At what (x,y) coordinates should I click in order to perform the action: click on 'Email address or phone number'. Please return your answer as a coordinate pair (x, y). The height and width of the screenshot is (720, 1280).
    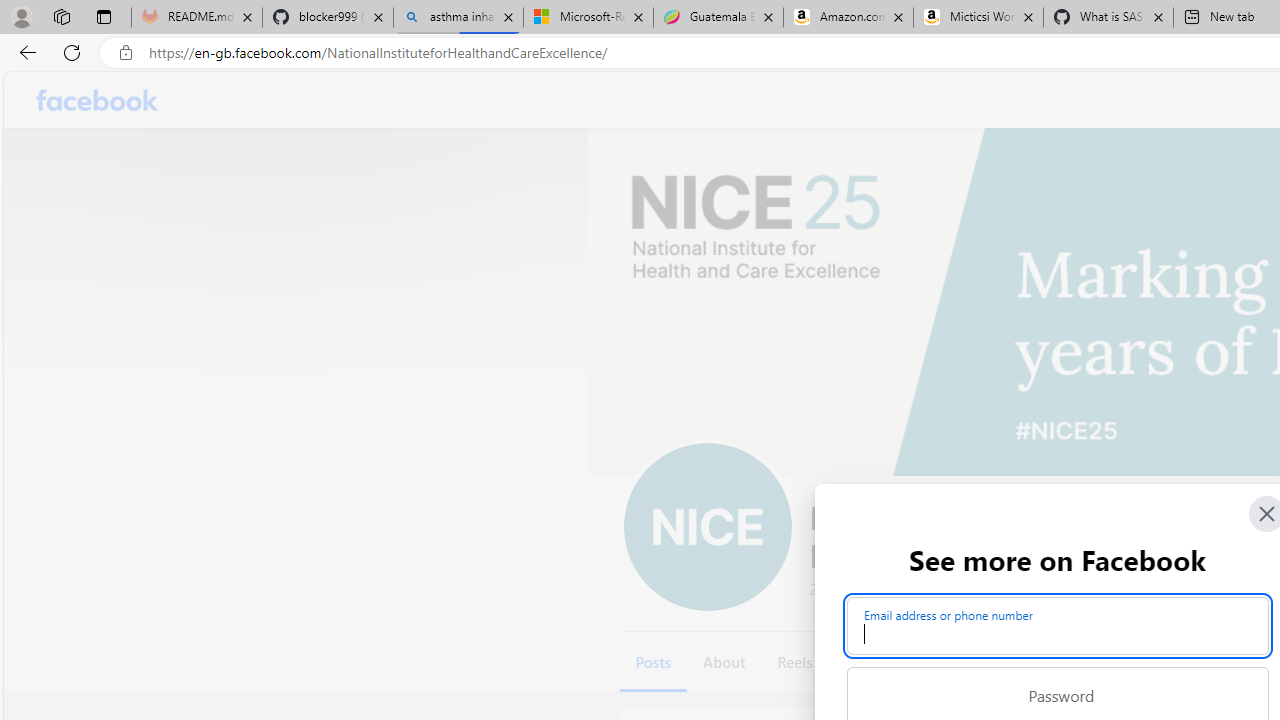
    Looking at the image, I should click on (1056, 625).